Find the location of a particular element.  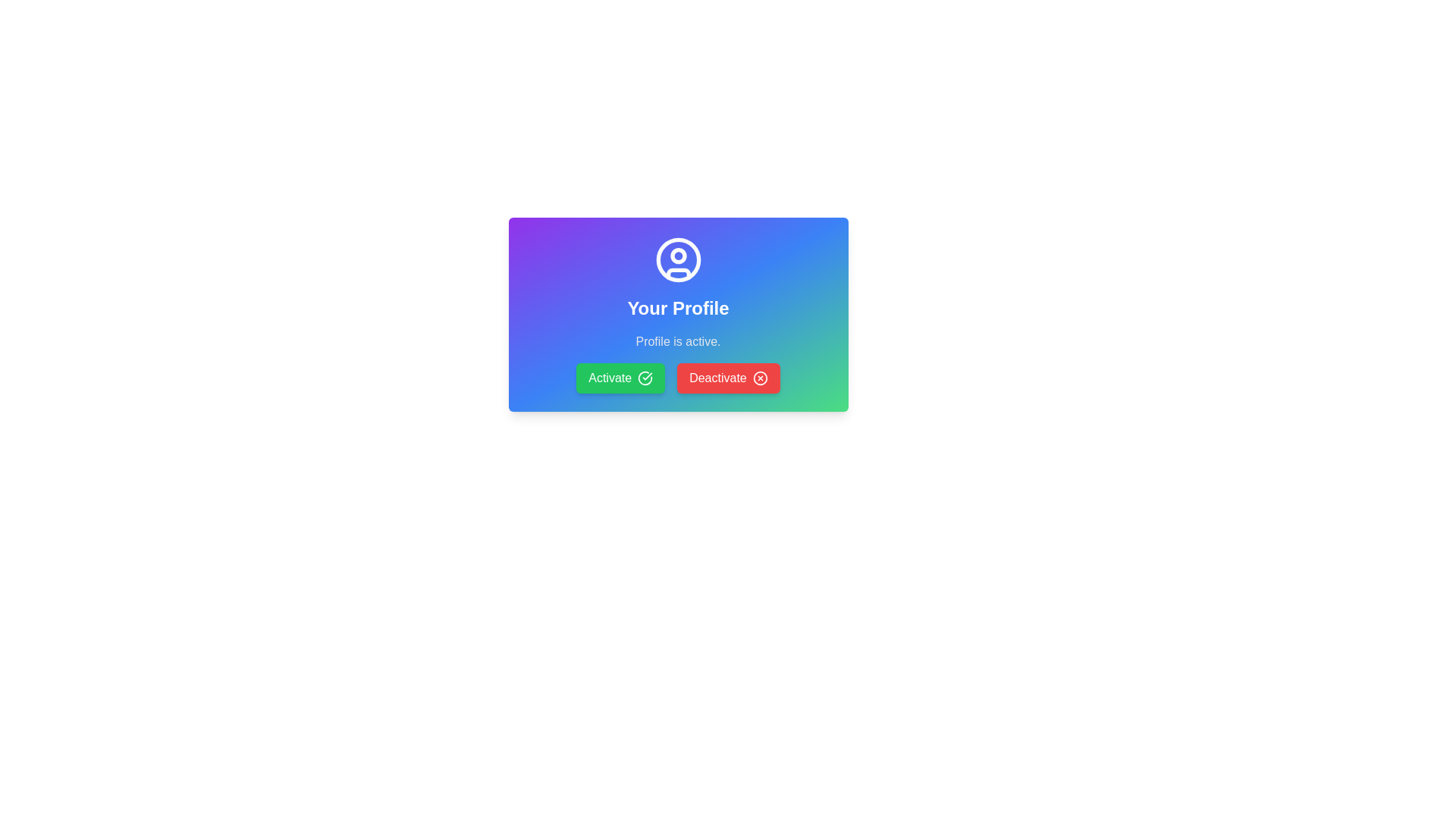

the static text element labeled 'Your Profile', which serves as a title for the user's profile information, located directly beneath the user icon is located at coordinates (677, 308).